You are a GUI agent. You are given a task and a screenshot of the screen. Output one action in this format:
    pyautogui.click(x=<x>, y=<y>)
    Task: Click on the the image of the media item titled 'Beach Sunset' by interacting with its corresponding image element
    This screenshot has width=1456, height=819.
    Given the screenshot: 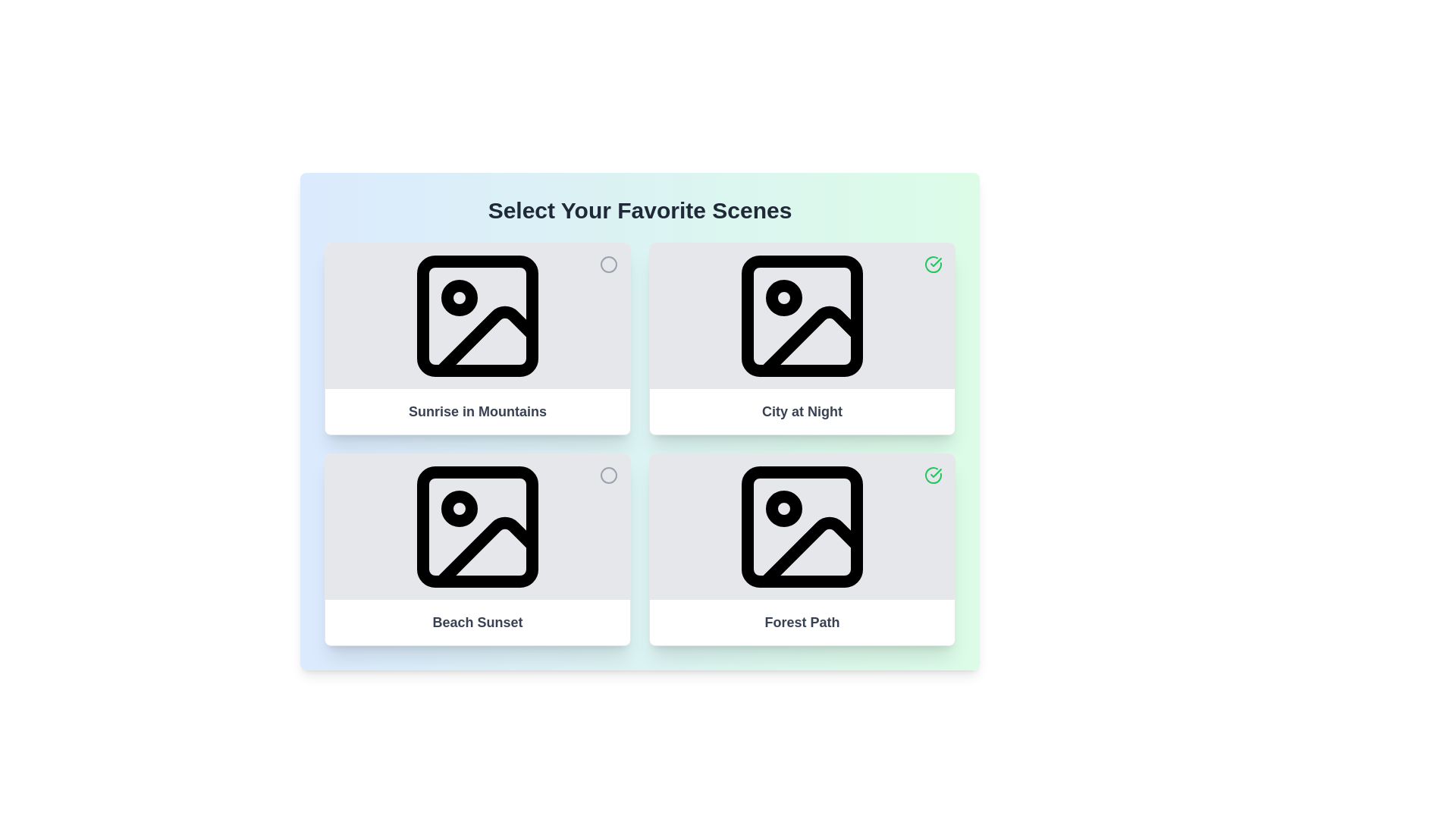 What is the action you would take?
    pyautogui.click(x=476, y=526)
    